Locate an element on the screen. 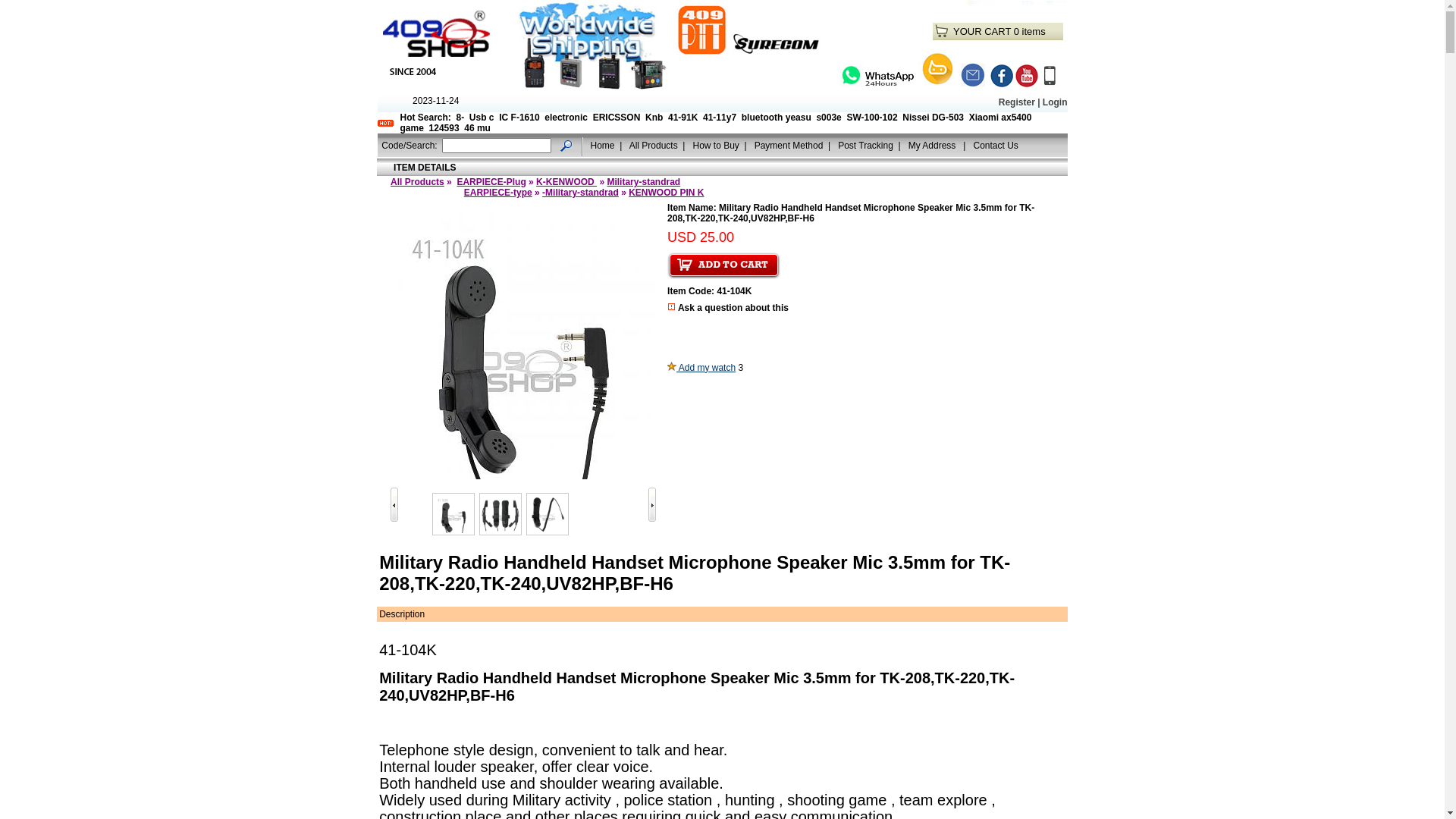  'electronic' is located at coordinates (565, 116).